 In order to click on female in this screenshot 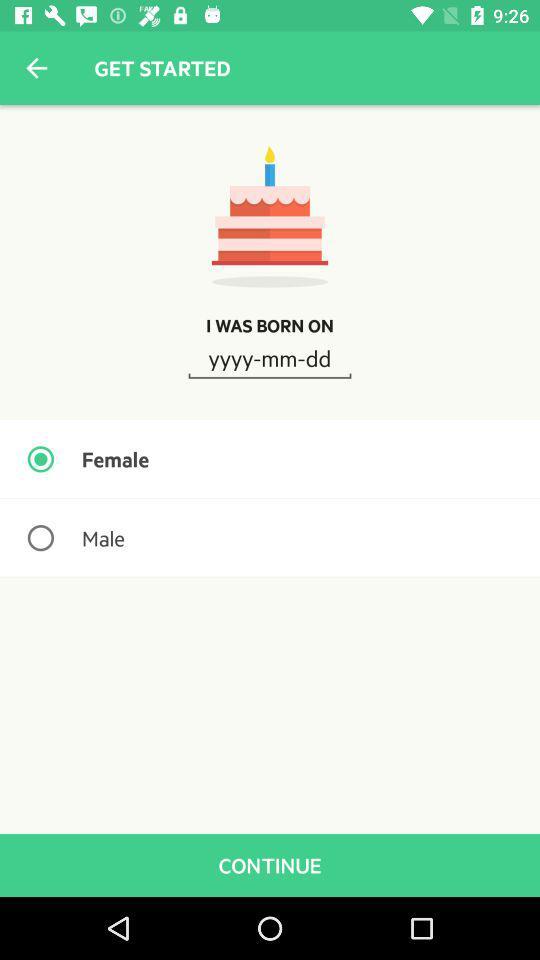, I will do `click(270, 459)`.